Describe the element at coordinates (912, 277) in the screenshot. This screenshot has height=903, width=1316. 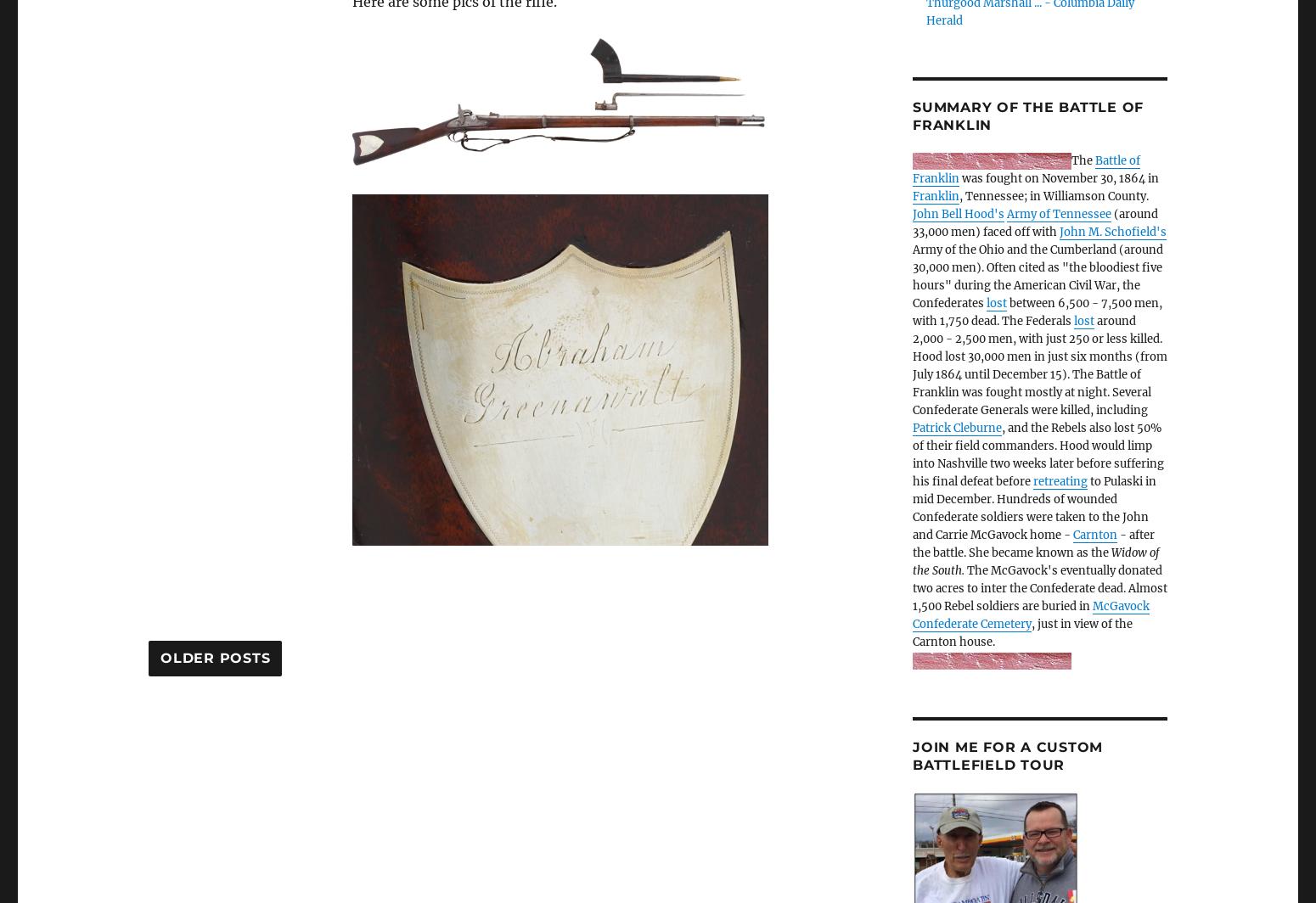
I see `'Army of the Ohio and the Cumberland (around 30,000 men). Often cited as "the bloodiest five hours" during the American Civil War, the Confederates'` at that location.